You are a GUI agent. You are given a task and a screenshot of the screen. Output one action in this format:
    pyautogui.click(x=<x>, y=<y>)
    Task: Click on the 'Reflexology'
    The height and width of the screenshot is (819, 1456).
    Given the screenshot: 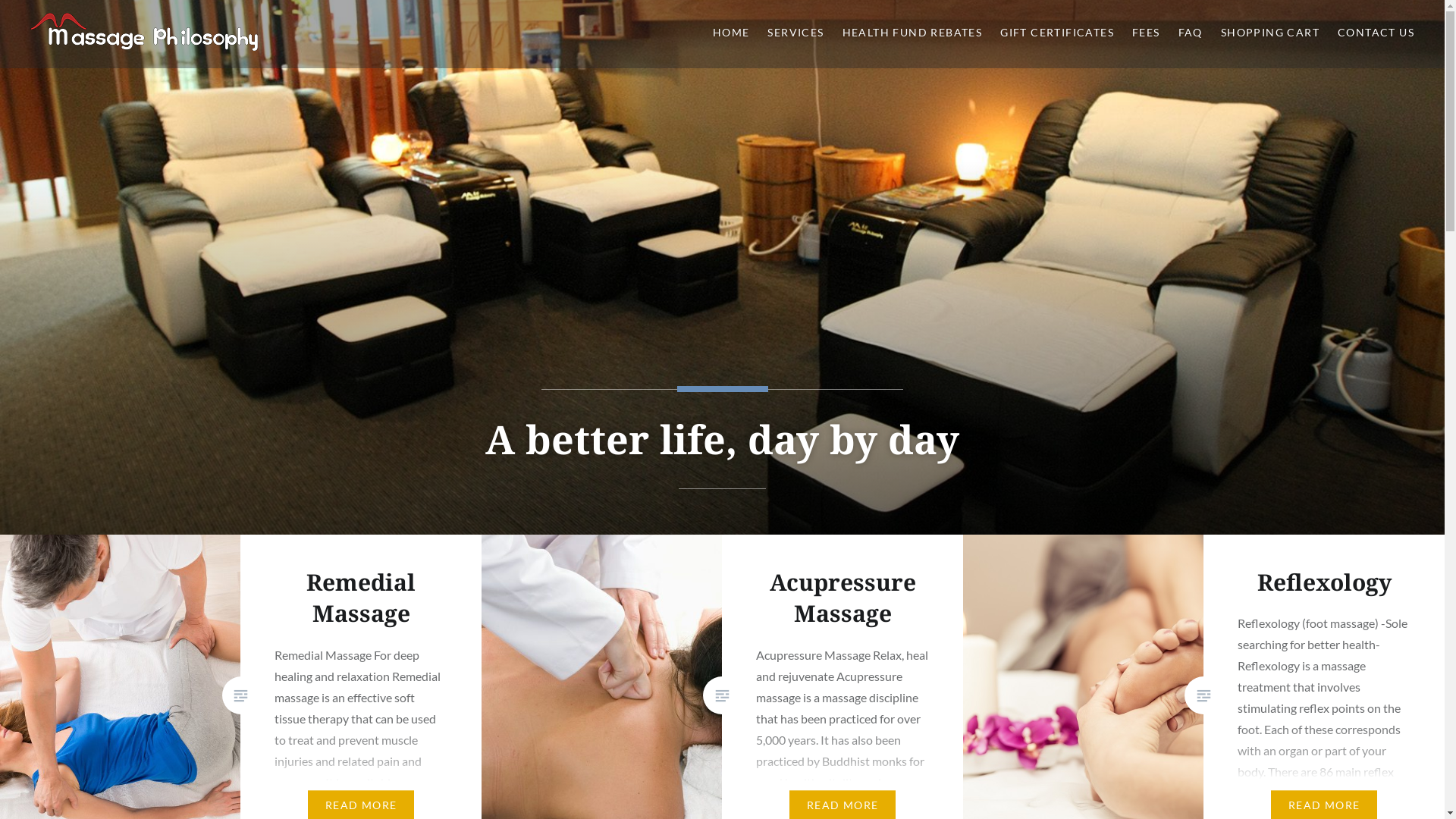 What is the action you would take?
    pyautogui.click(x=1323, y=581)
    